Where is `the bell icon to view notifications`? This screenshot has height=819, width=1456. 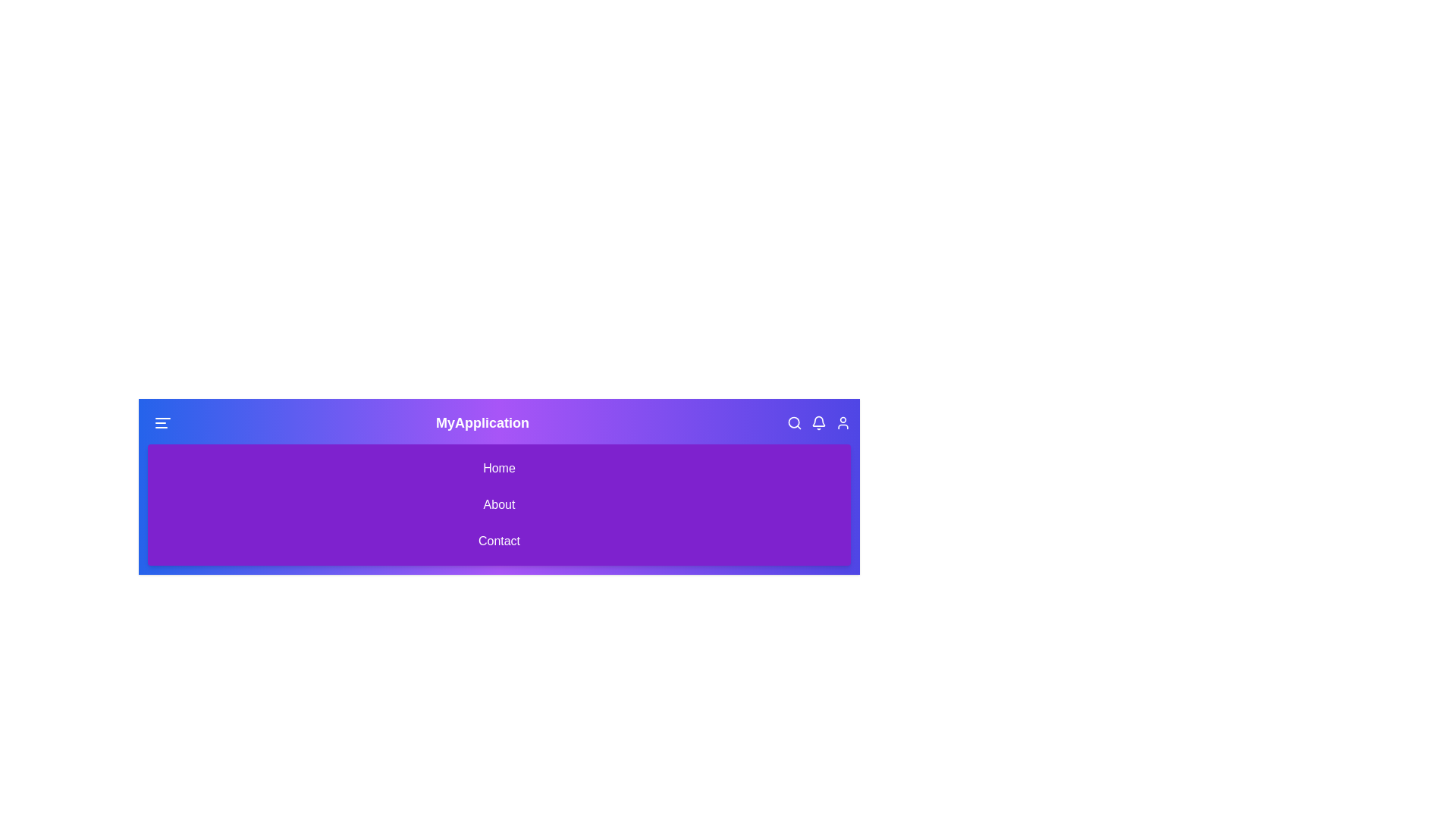
the bell icon to view notifications is located at coordinates (818, 423).